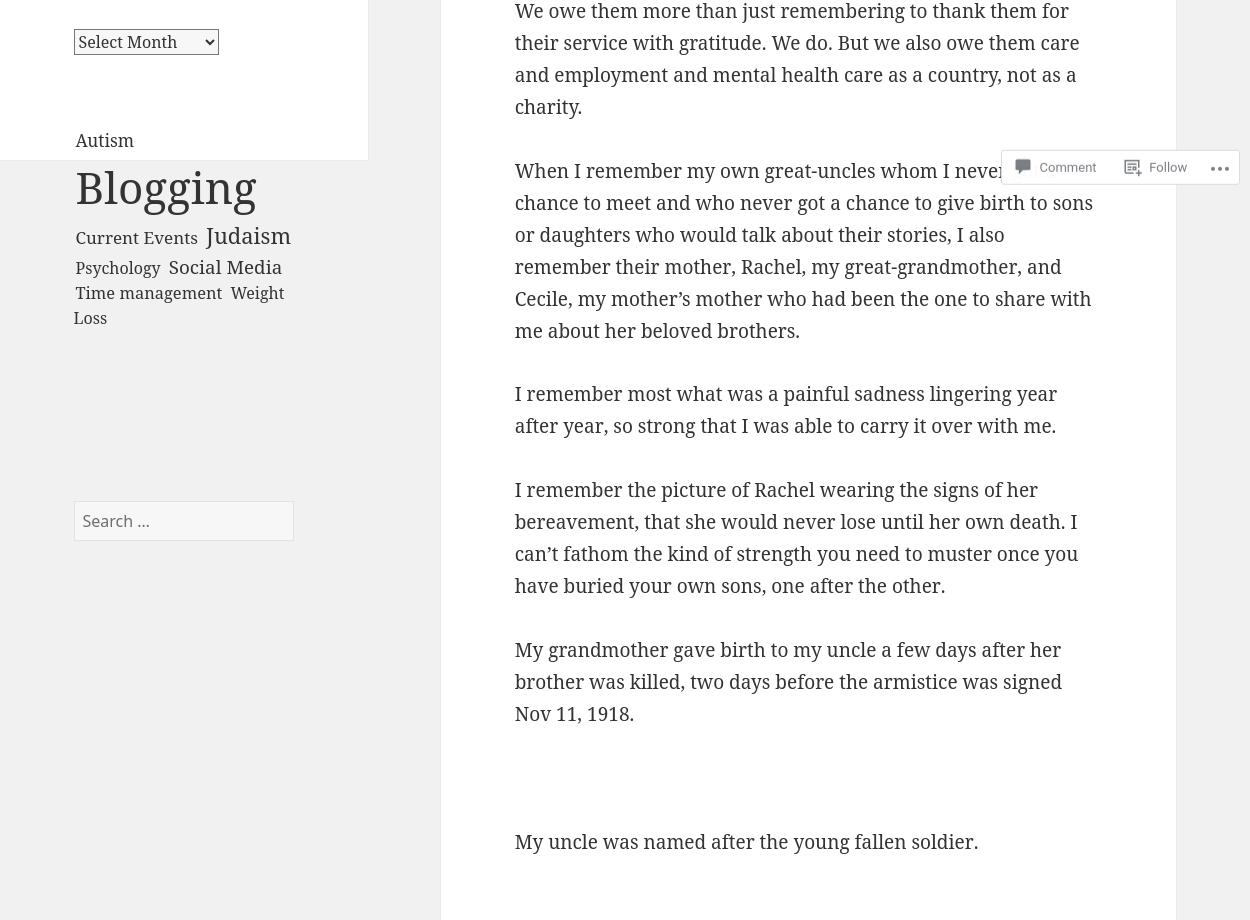 The width and height of the screenshot is (1250, 920). I want to click on 'My grandmother gave birth to my uncle a few days after her brother was killed, two days before the armistice was signed Nov 11, 1918.', so click(514, 680).